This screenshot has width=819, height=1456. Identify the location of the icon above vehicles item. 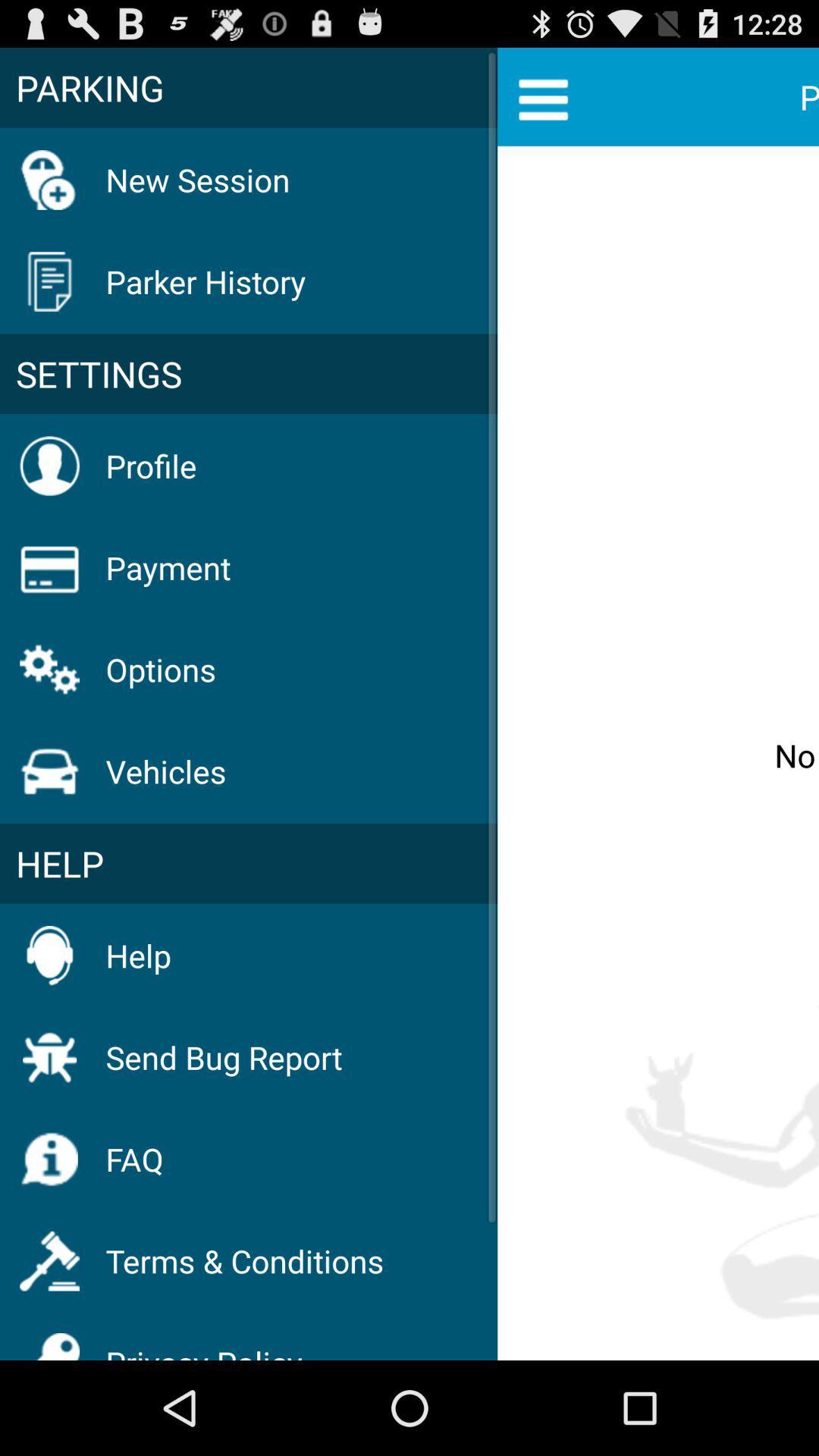
(161, 668).